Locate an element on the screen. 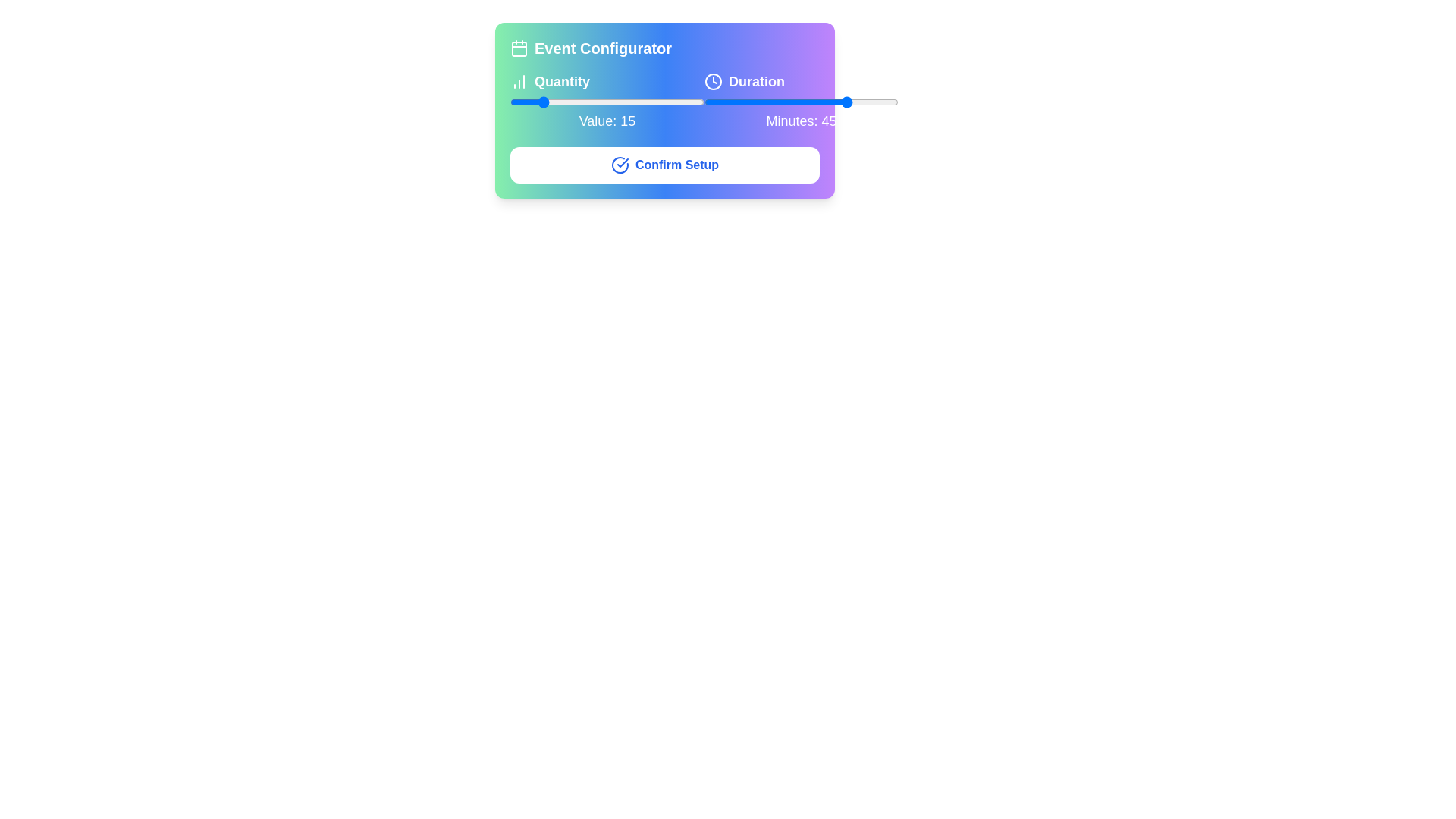 The width and height of the screenshot is (1456, 819). duration is located at coordinates (817, 102).